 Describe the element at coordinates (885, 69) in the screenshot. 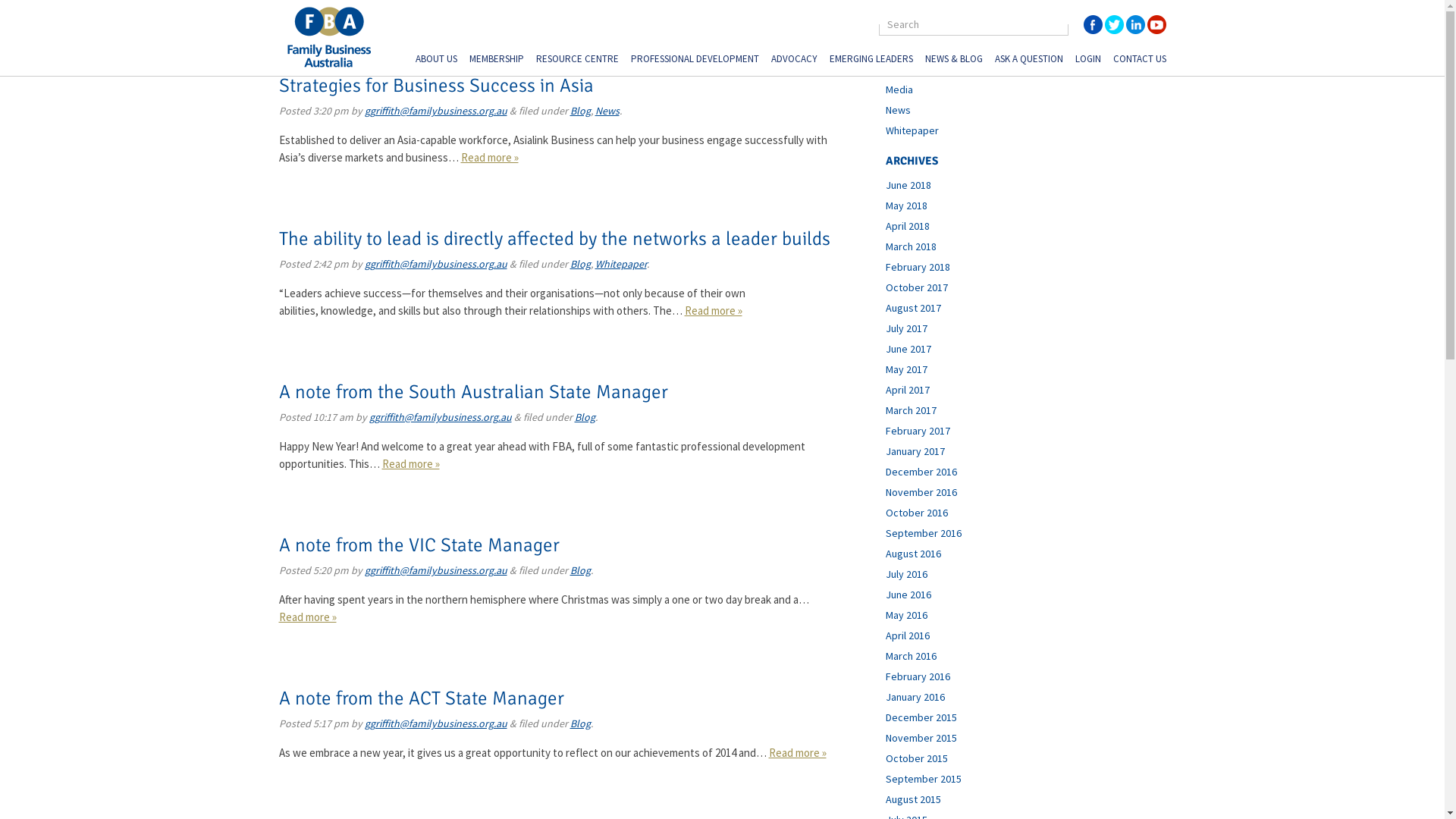

I see `'Case Study'` at that location.